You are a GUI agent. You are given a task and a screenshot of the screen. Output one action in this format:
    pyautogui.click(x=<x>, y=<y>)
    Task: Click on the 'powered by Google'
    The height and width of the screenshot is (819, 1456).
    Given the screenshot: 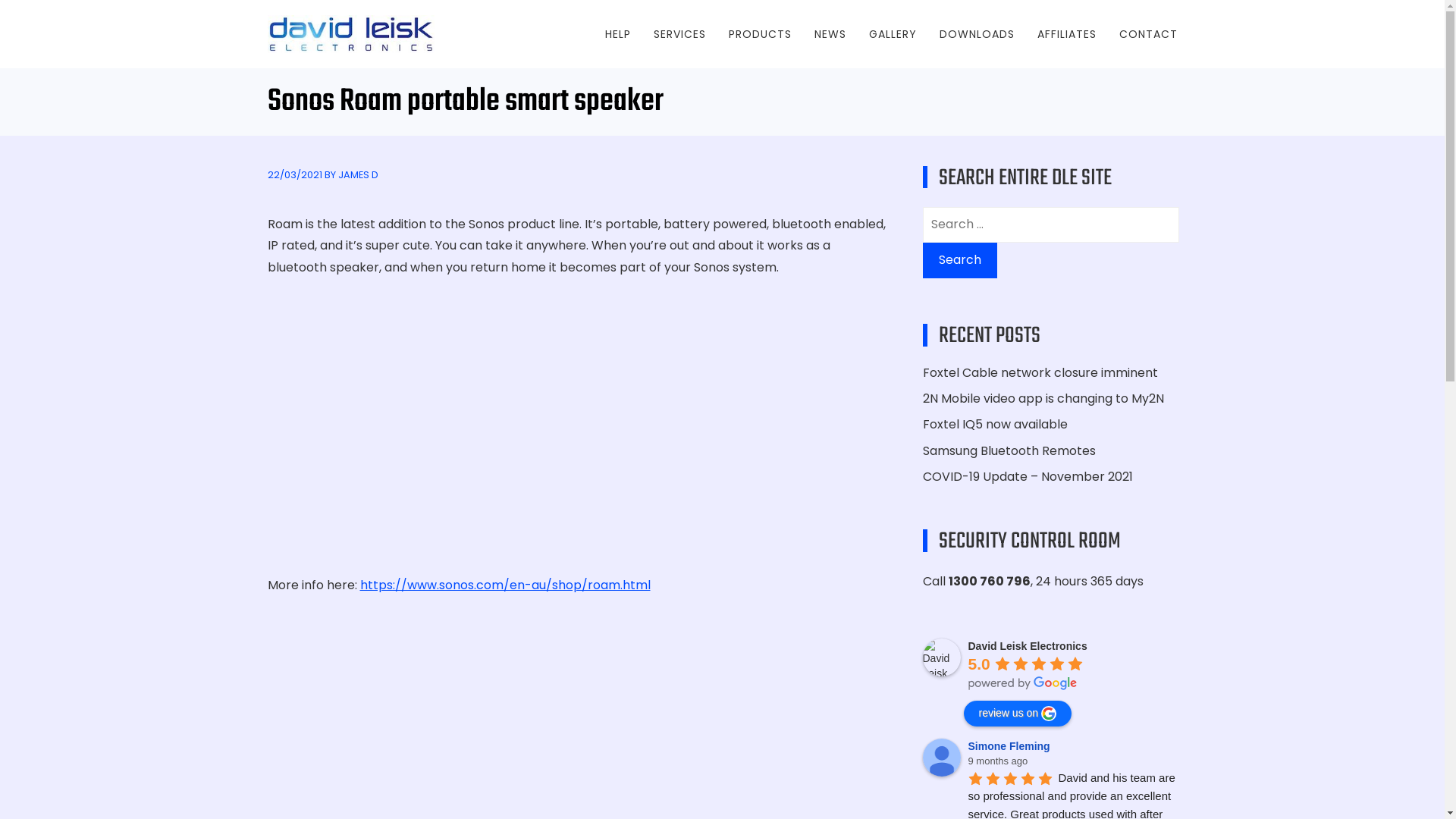 What is the action you would take?
    pyautogui.click(x=1022, y=683)
    